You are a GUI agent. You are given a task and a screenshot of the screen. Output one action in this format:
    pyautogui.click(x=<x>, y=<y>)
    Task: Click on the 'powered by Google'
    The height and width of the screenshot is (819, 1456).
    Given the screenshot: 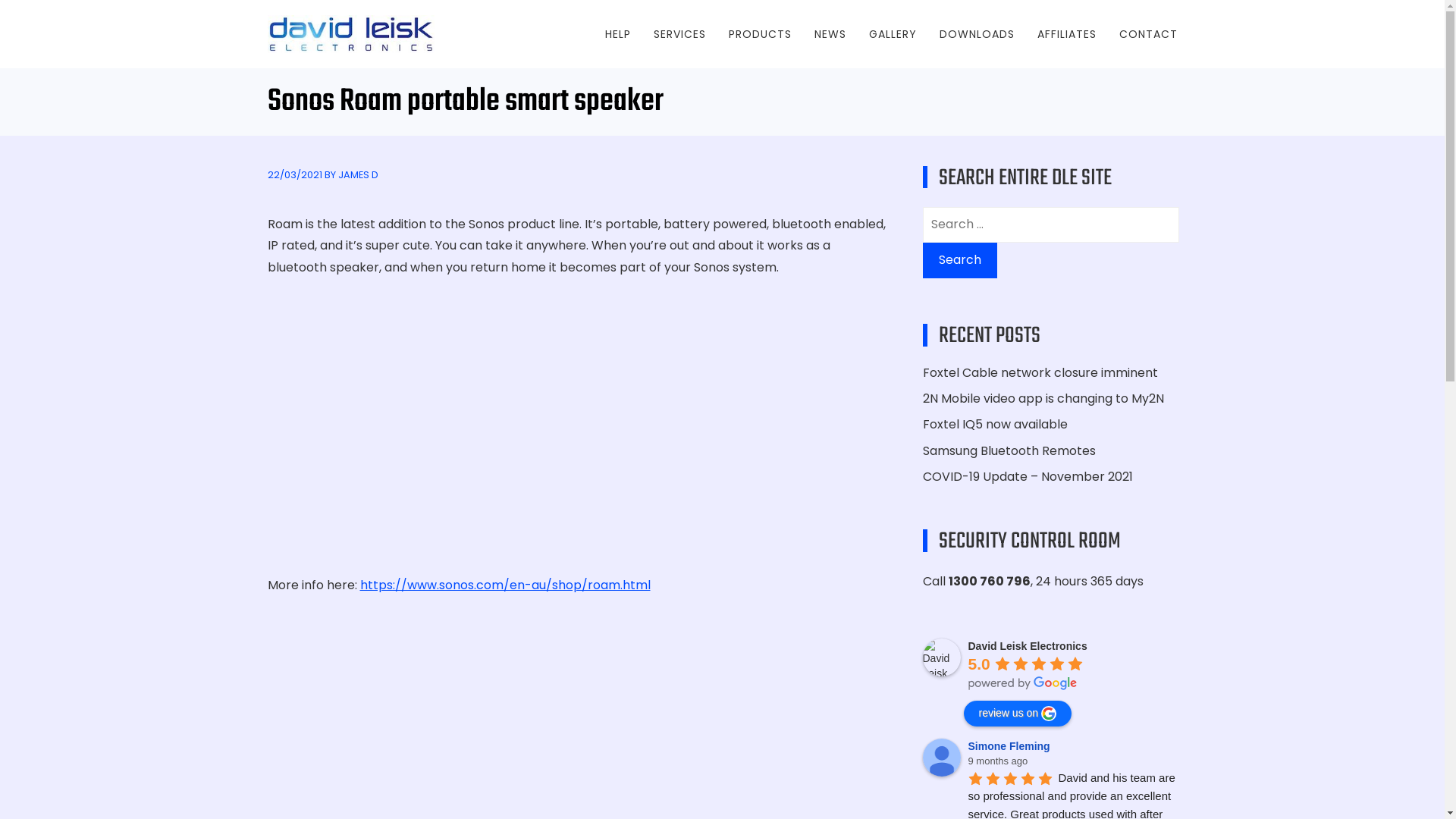 What is the action you would take?
    pyautogui.click(x=1022, y=683)
    